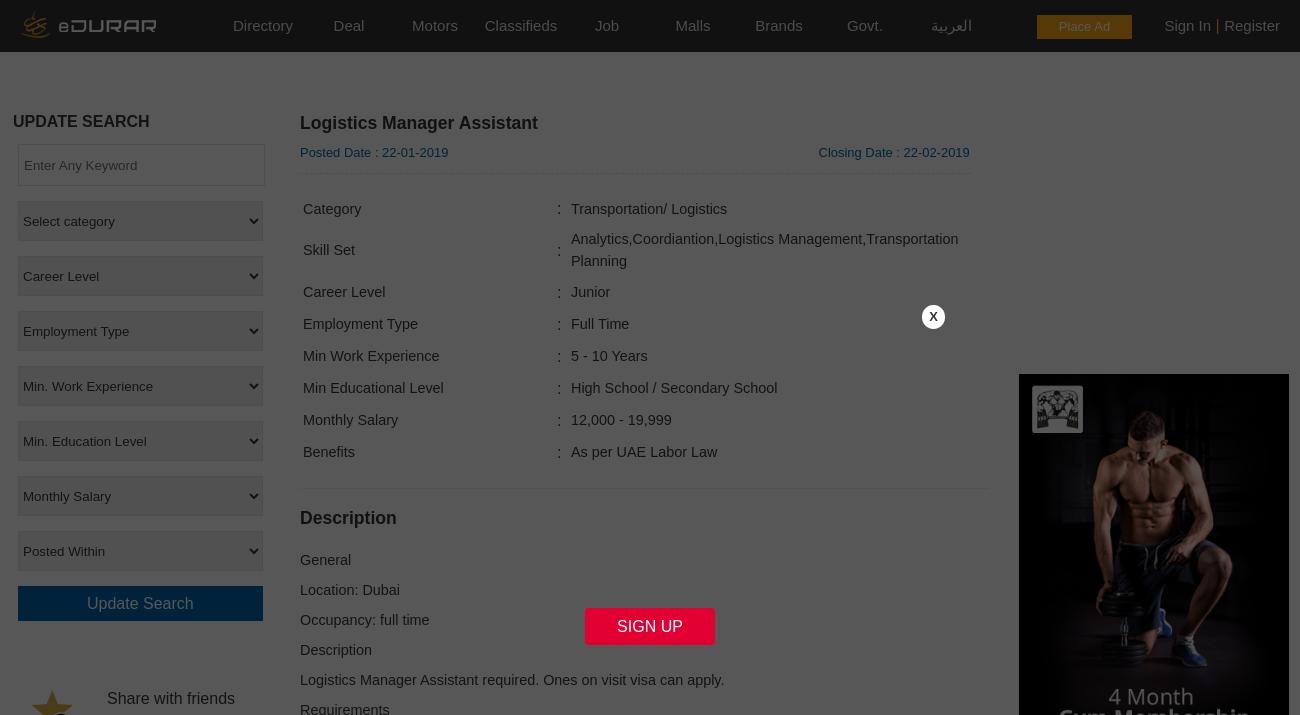 The height and width of the screenshot is (715, 1300). I want to click on '|', so click(1209, 25).